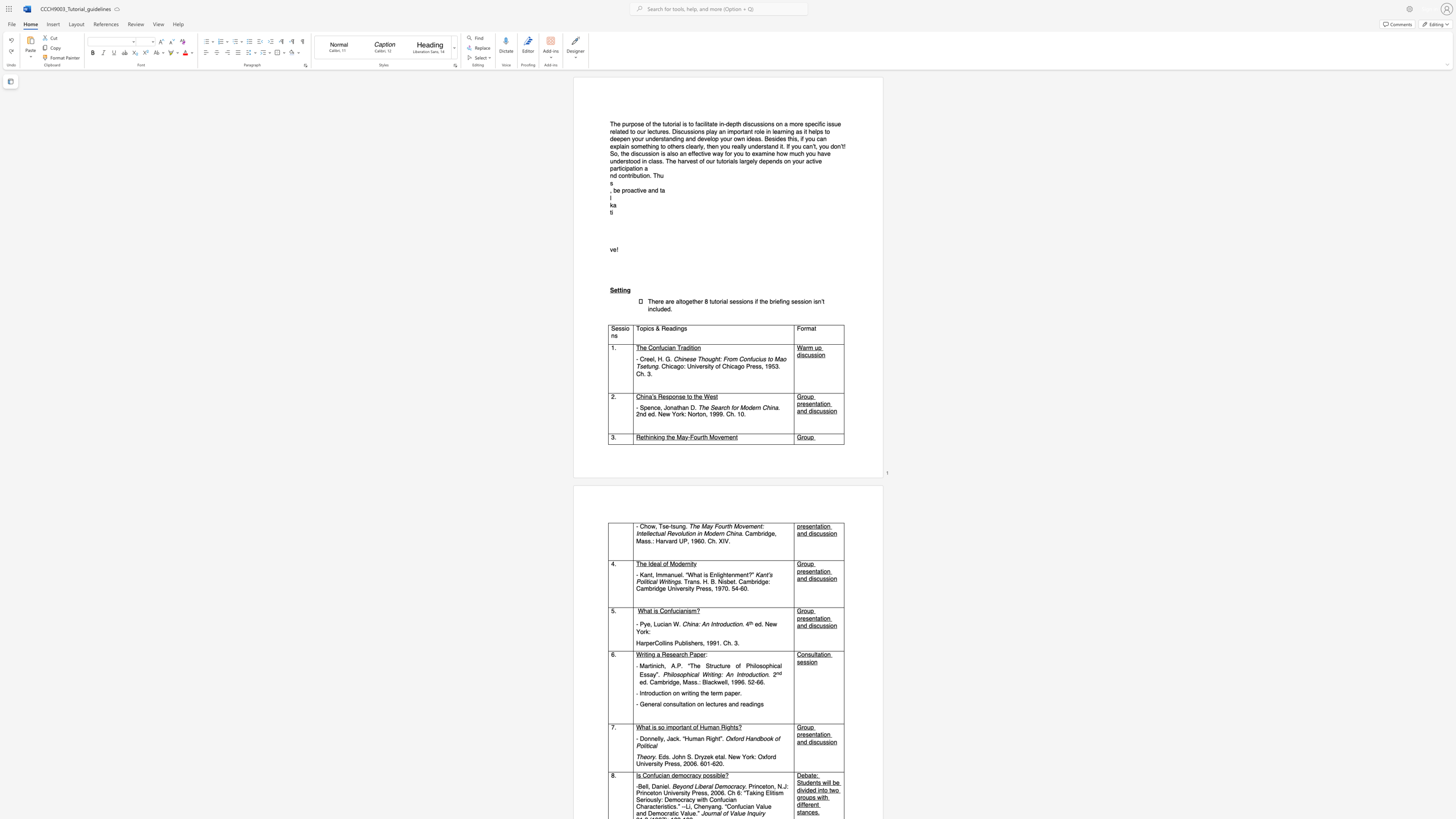  I want to click on the 1th character "," in the text, so click(610, 190).